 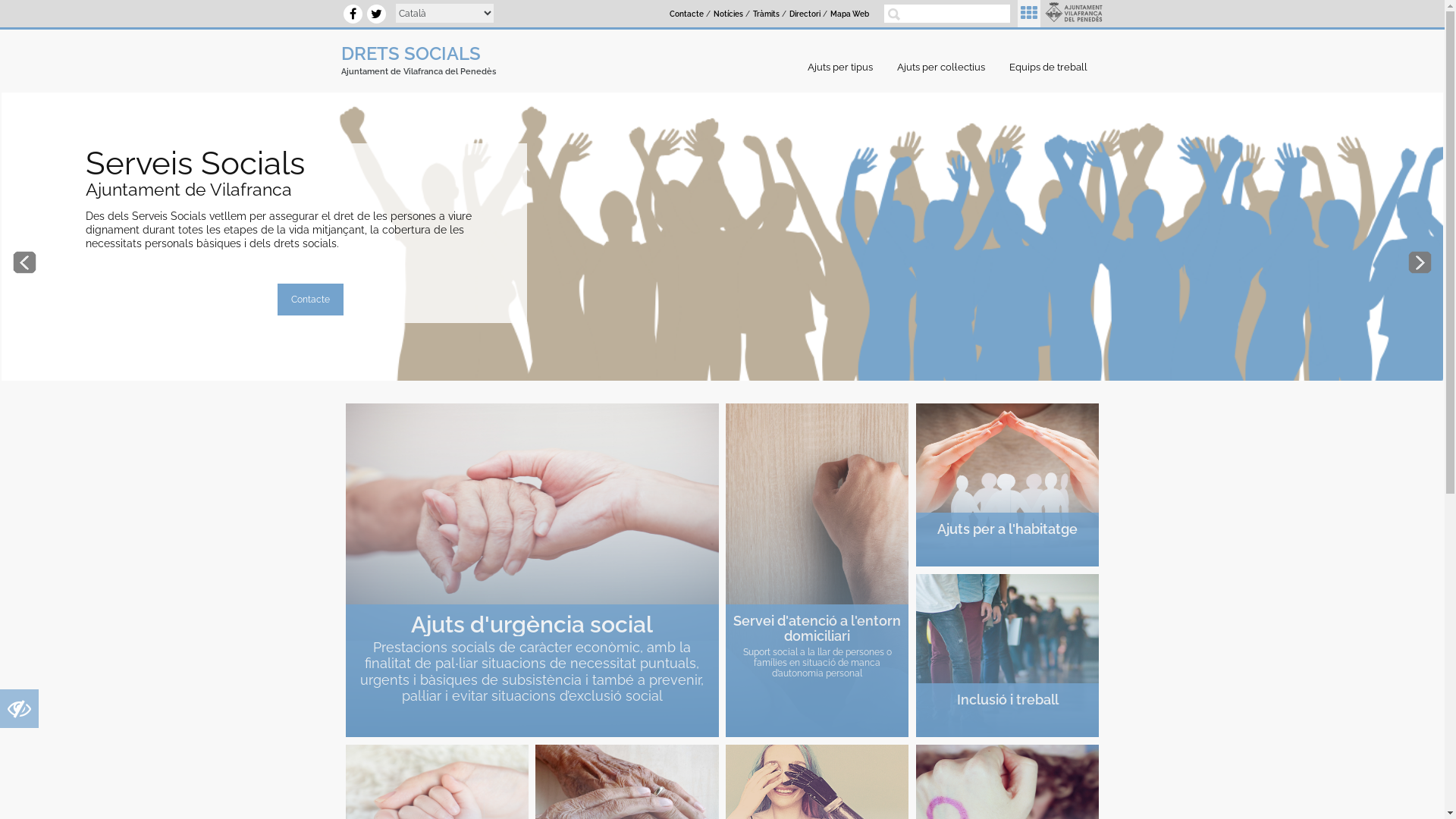 I want to click on 'Anterior', so click(x=24, y=262).